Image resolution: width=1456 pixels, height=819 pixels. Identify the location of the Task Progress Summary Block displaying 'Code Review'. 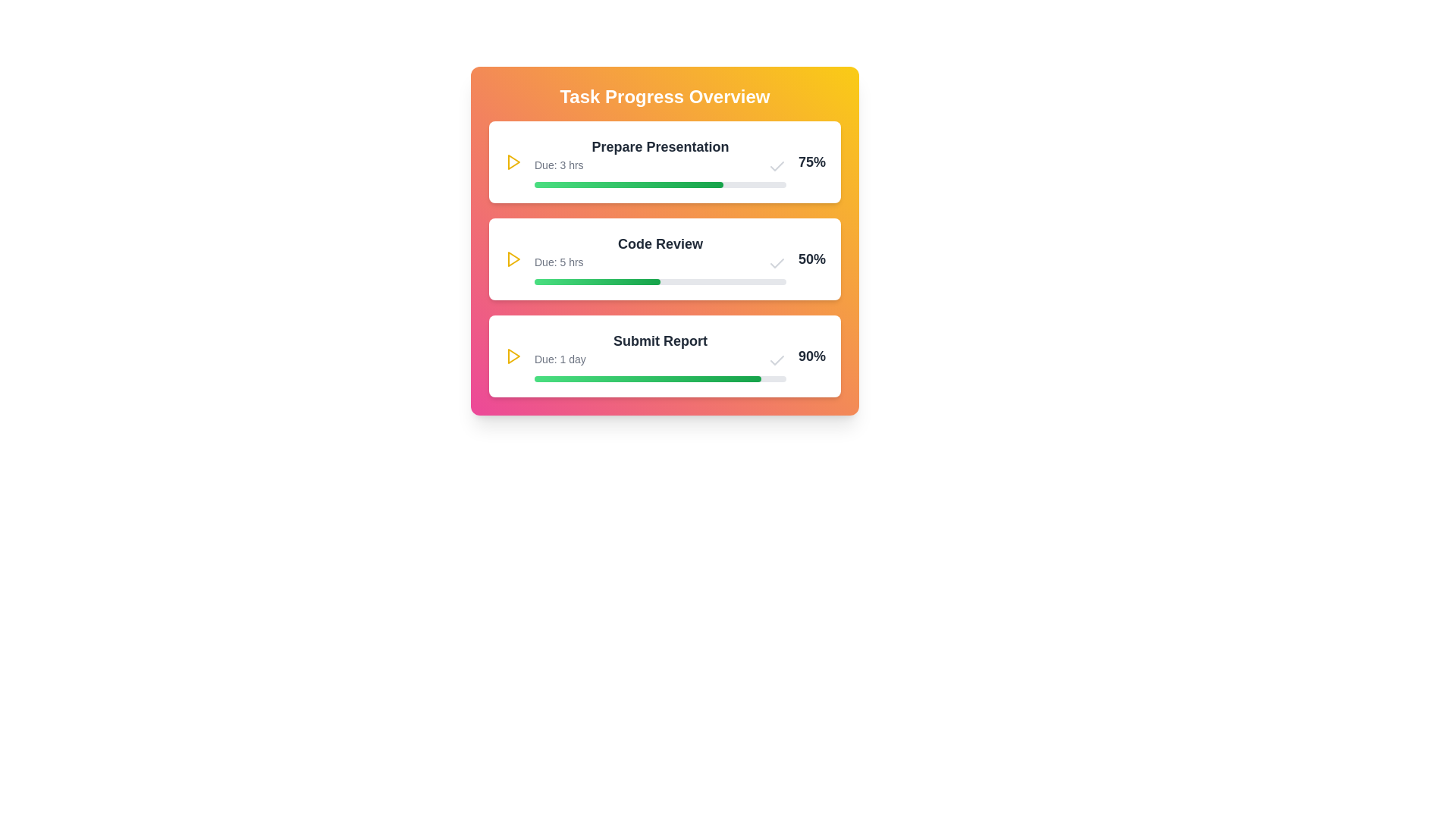
(660, 259).